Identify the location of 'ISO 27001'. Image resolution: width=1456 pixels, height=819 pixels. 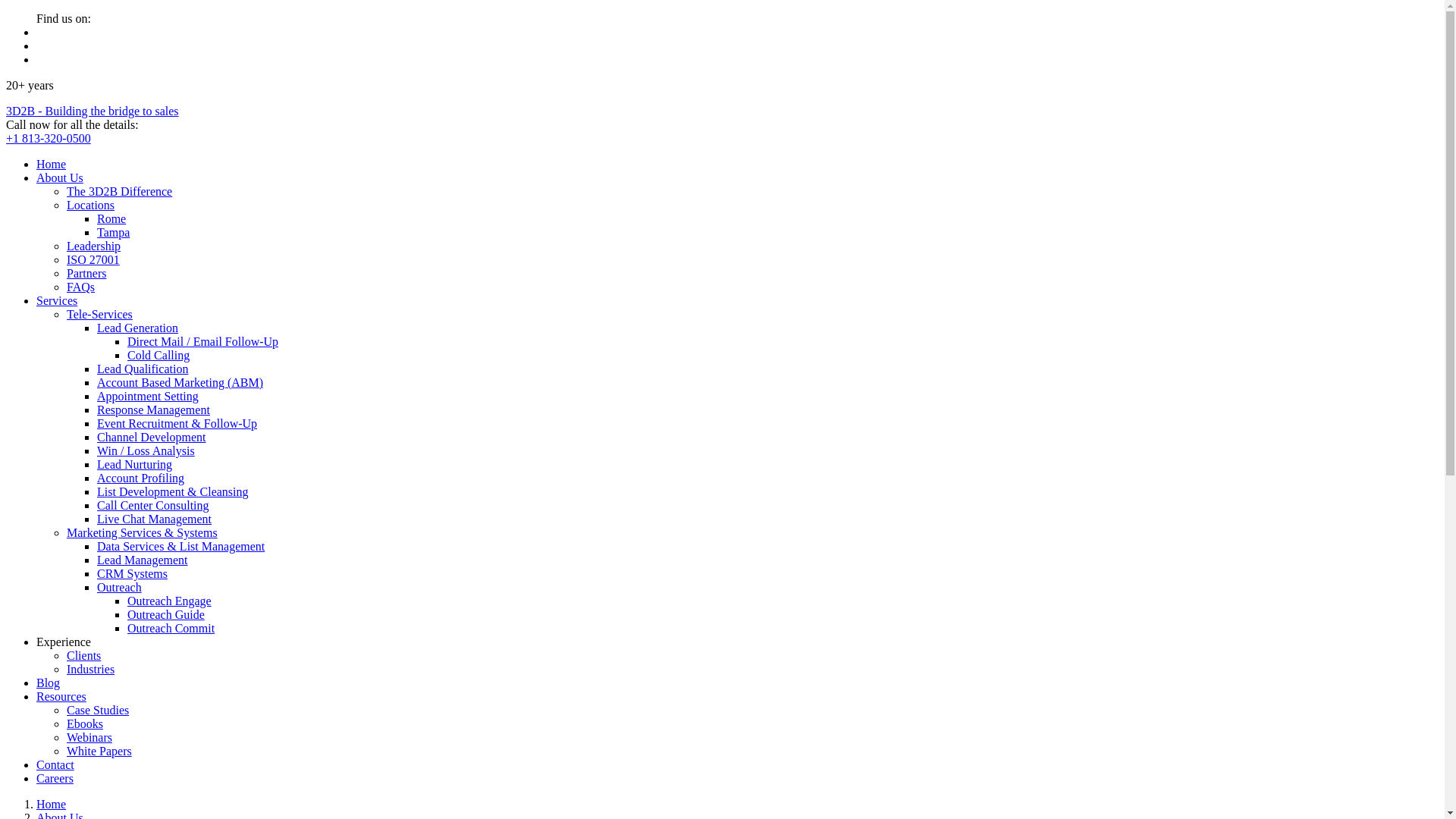
(93, 259).